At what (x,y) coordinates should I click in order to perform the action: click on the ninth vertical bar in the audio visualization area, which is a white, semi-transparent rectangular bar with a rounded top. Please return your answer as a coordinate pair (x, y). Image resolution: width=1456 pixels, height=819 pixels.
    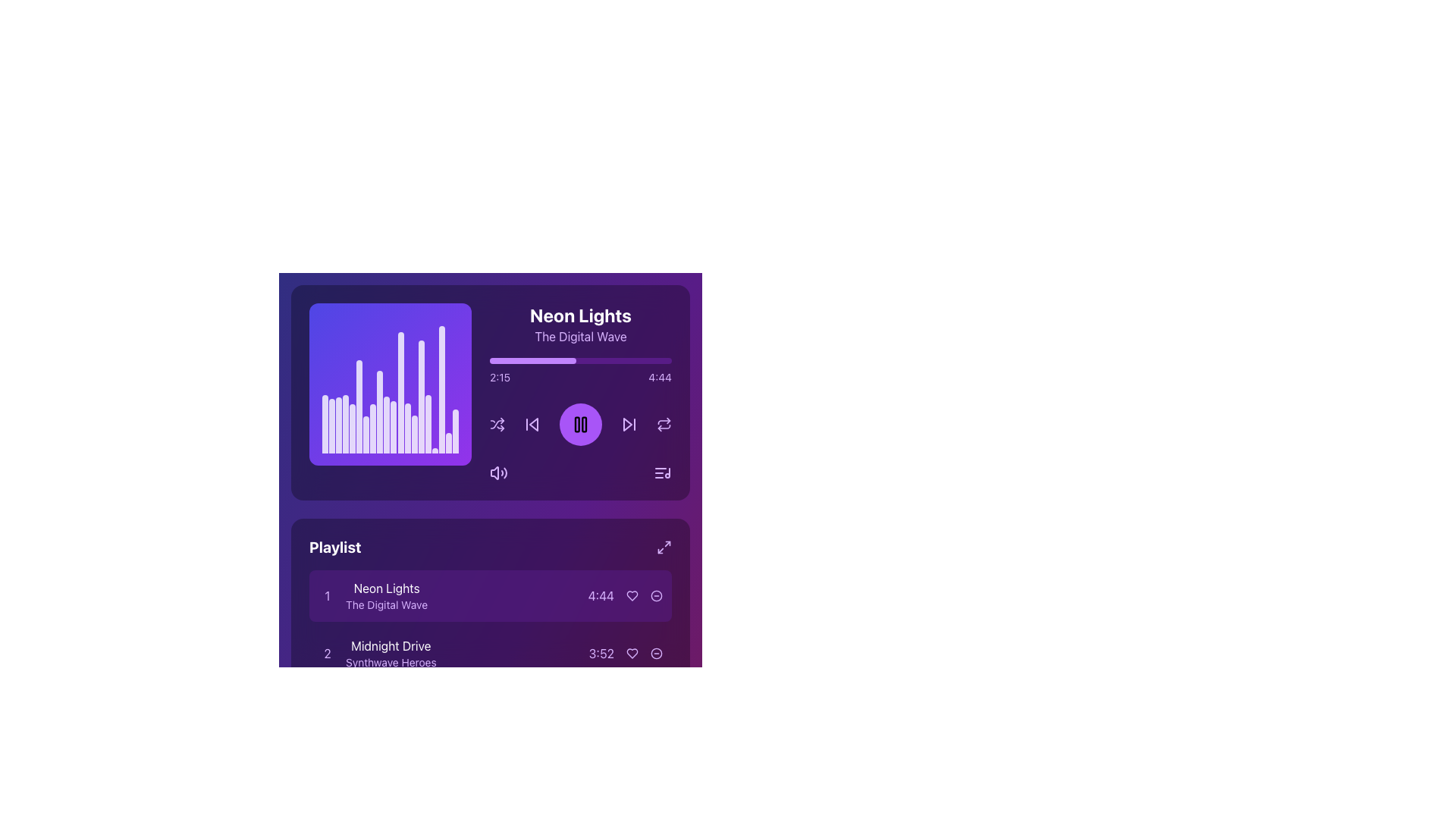
    Looking at the image, I should click on (380, 412).